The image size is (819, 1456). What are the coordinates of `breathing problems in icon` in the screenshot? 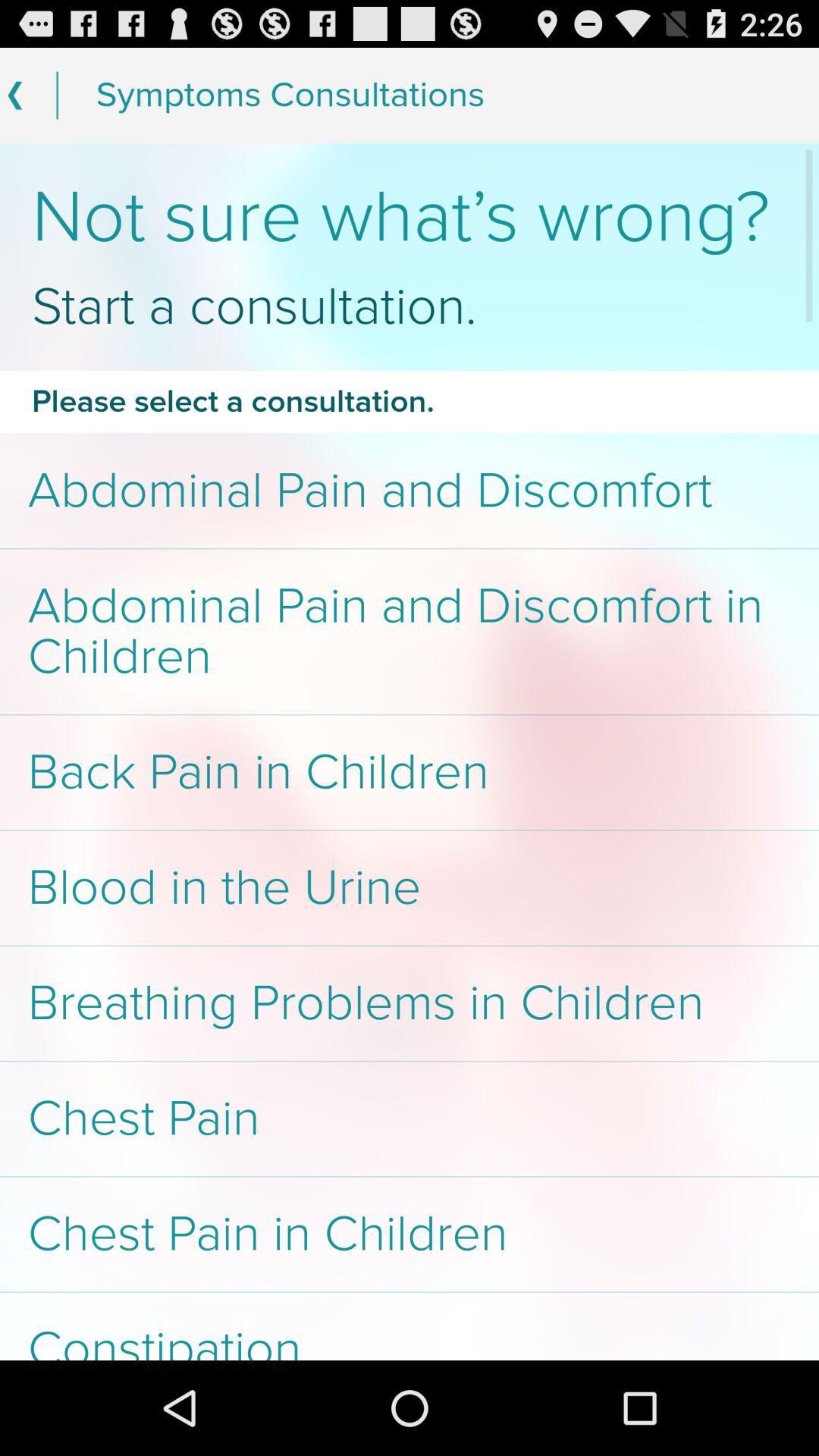 It's located at (409, 1003).